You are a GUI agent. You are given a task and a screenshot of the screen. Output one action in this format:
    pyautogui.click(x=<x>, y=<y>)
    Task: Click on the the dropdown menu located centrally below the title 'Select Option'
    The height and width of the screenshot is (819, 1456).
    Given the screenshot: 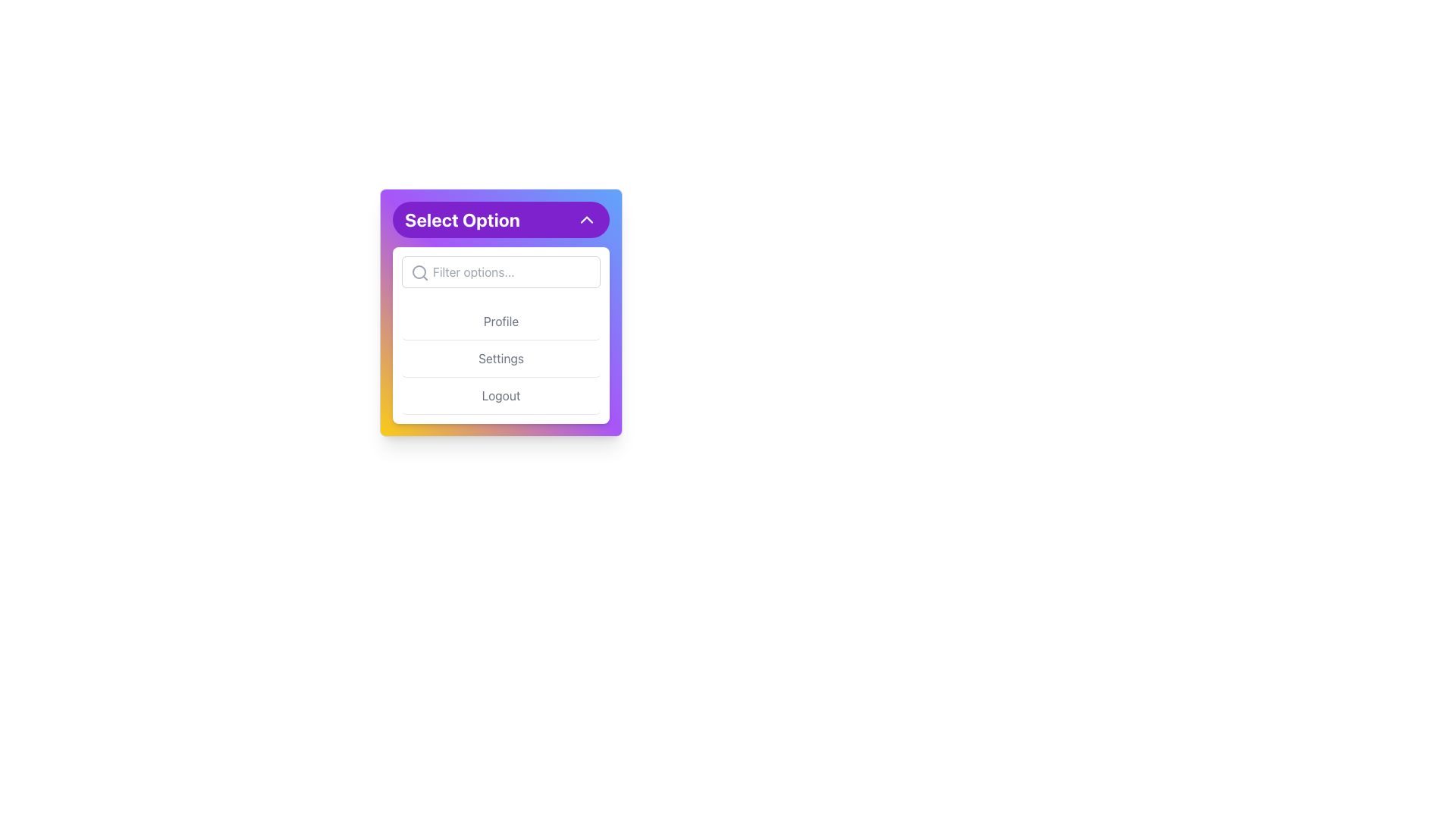 What is the action you would take?
    pyautogui.click(x=501, y=312)
    